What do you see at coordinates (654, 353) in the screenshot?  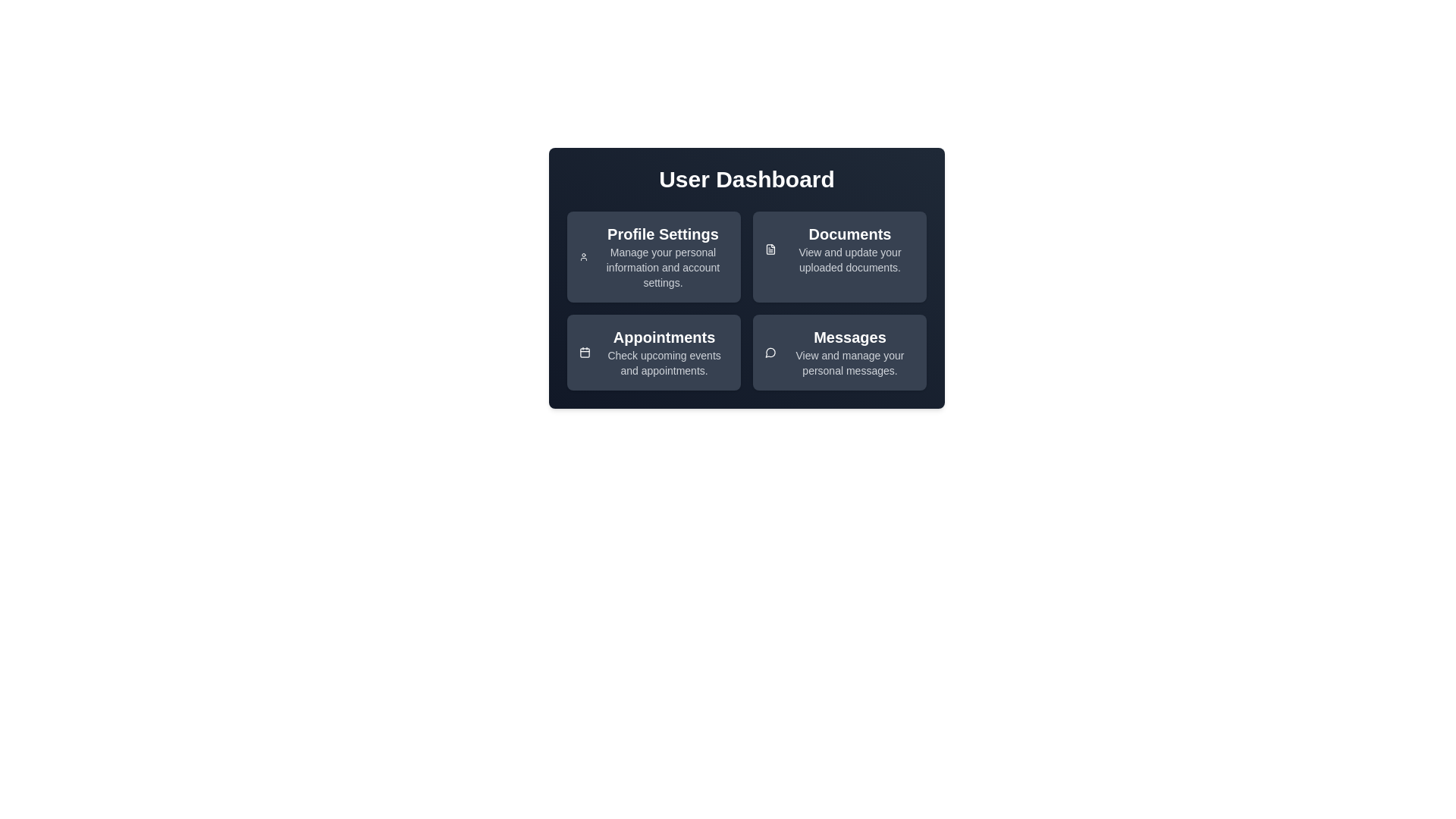 I see `the card titled 'Appointments'` at bounding box center [654, 353].